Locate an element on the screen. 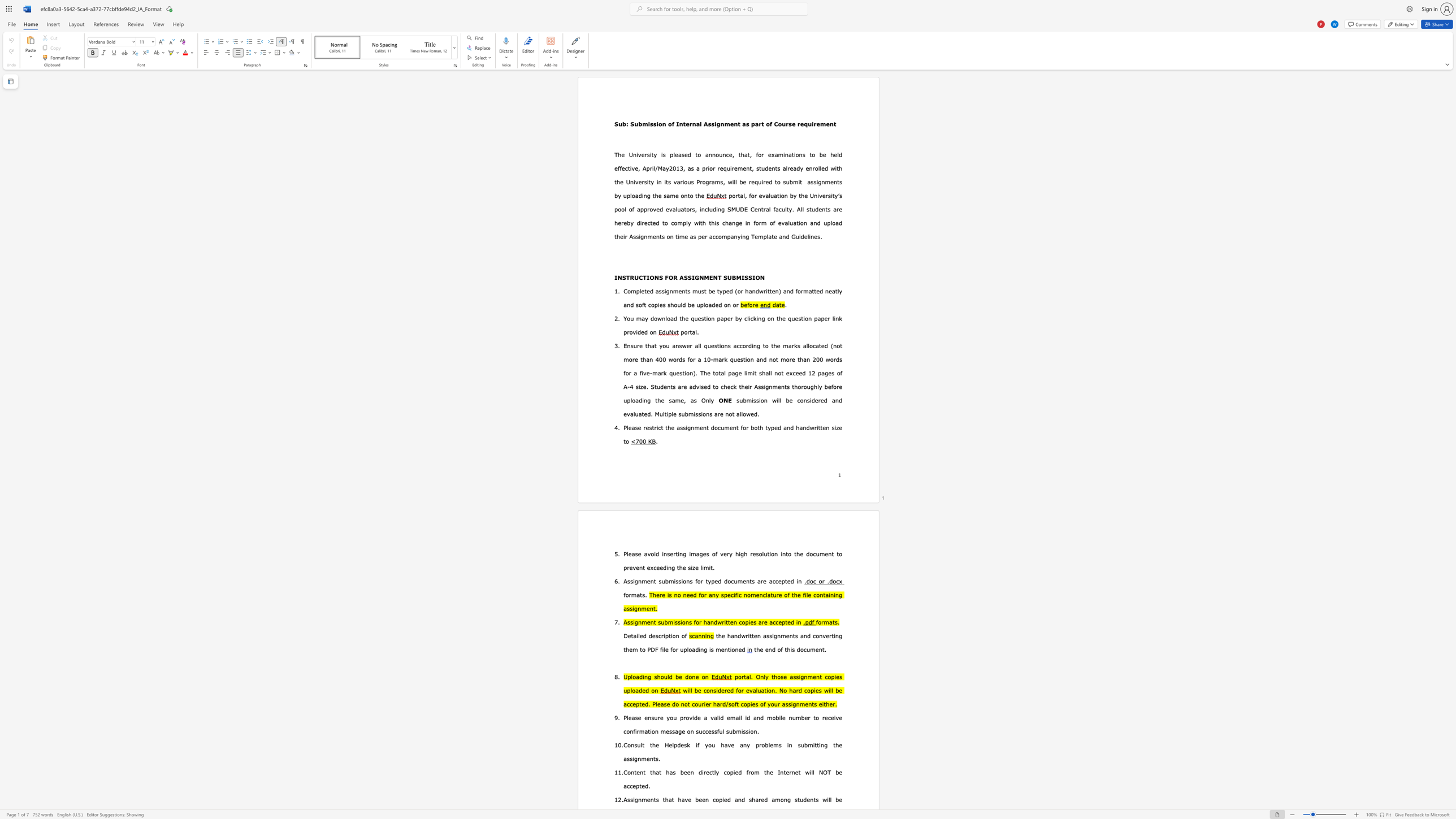  the subset text "plo" within the text "portal. Only those assignment copies uploaded on" is located at coordinates (626, 691).